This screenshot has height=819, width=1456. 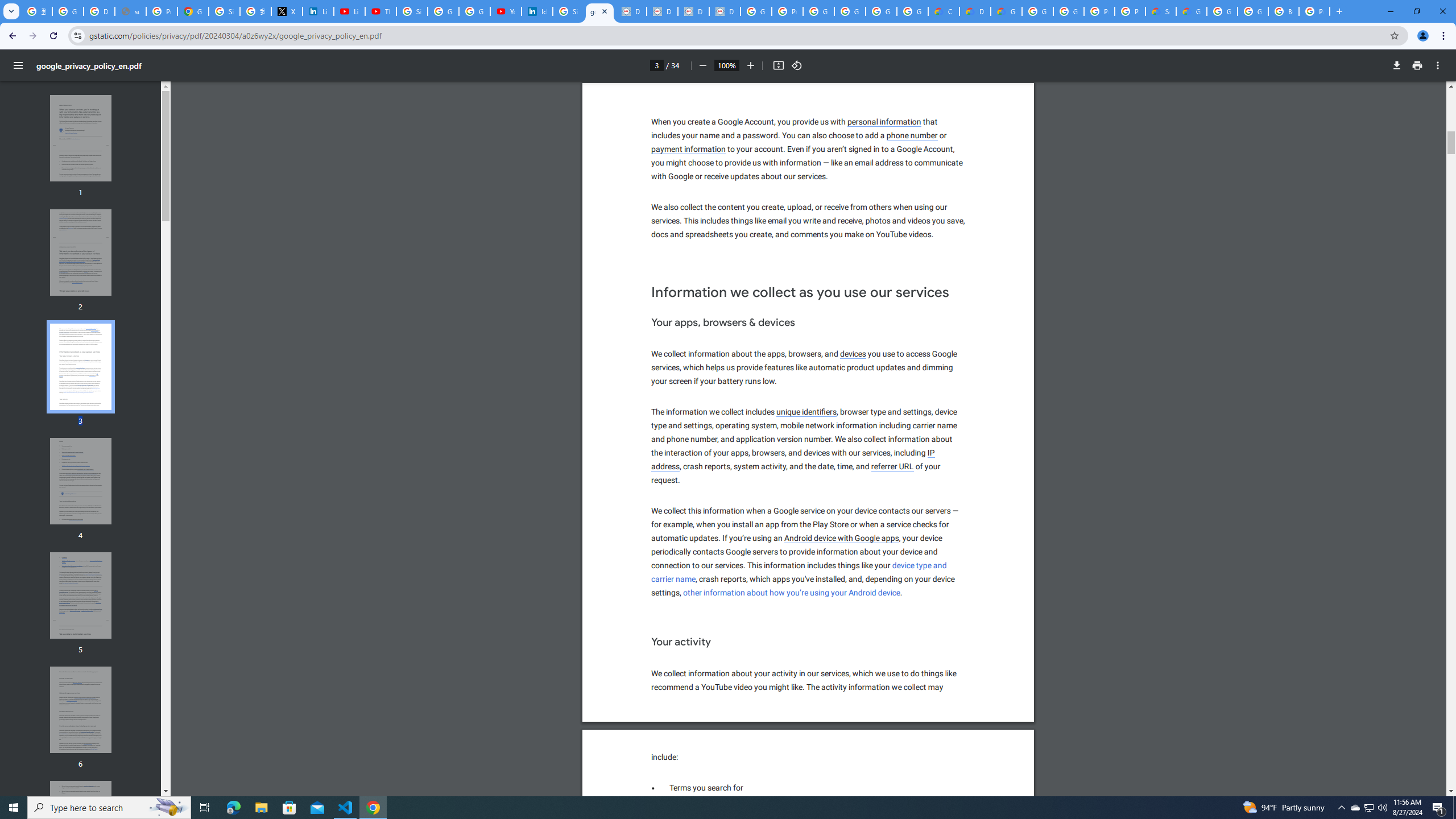 What do you see at coordinates (911, 11) in the screenshot?
I see `'Google Workspace - Specific Terms'` at bounding box center [911, 11].